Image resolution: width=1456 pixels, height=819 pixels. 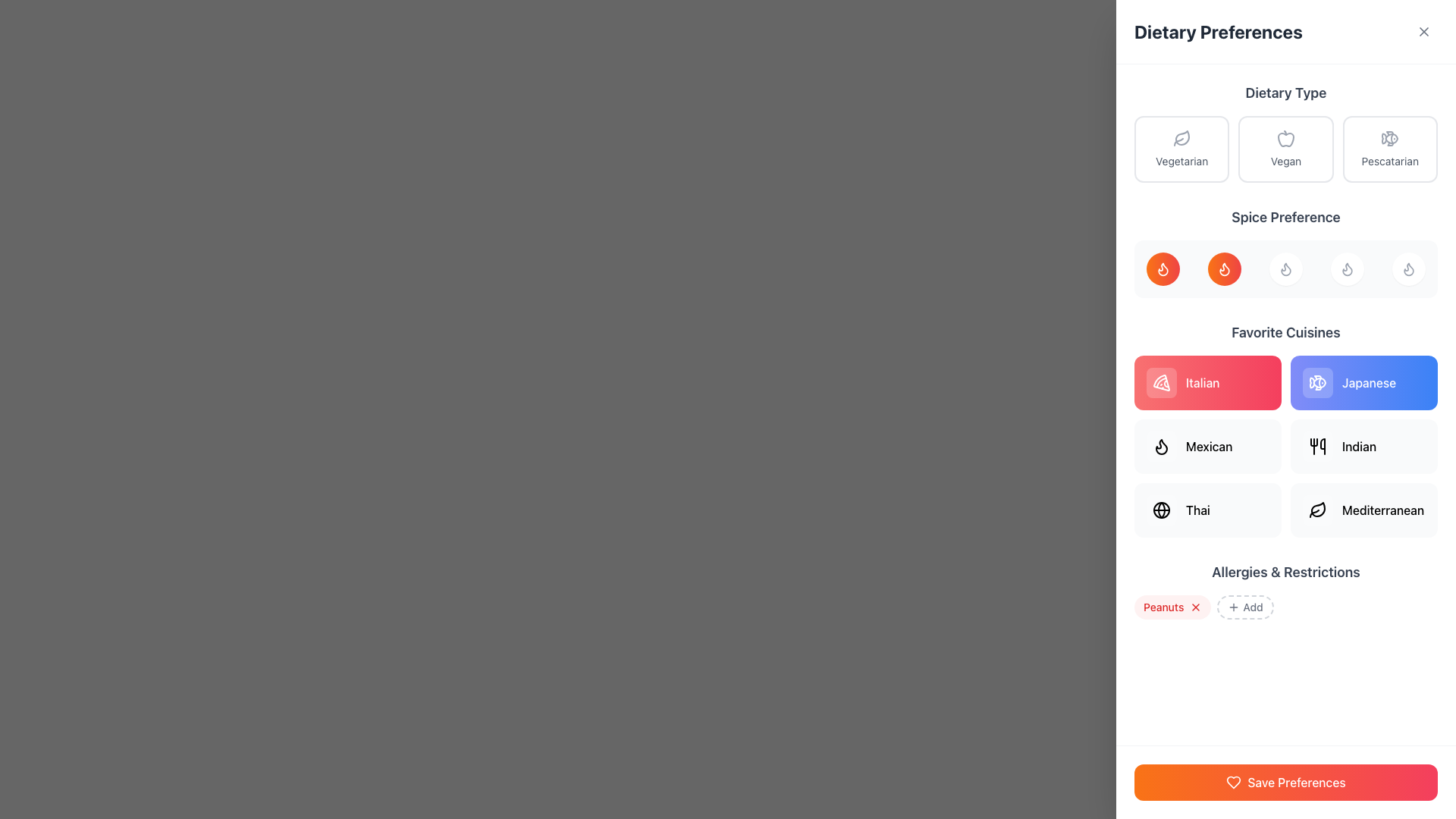 I want to click on the 'Mexican' cuisine selection icon located in the leftmost box of the second row in the 'Favorite Cuisines' grid, positioned between the 'Italian' and 'Thai' selection boxes for visual context, so click(x=1160, y=446).